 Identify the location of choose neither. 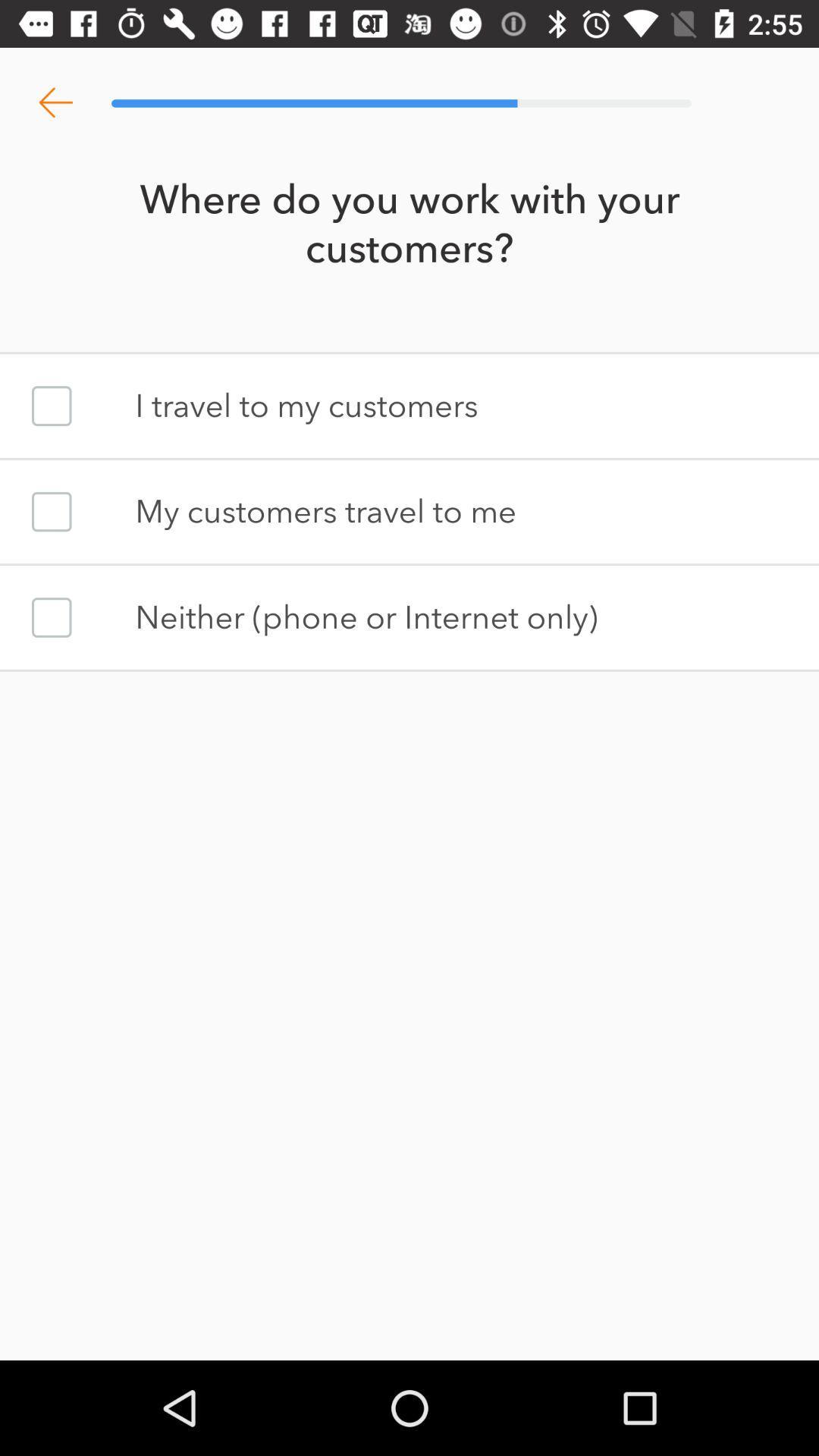
(51, 617).